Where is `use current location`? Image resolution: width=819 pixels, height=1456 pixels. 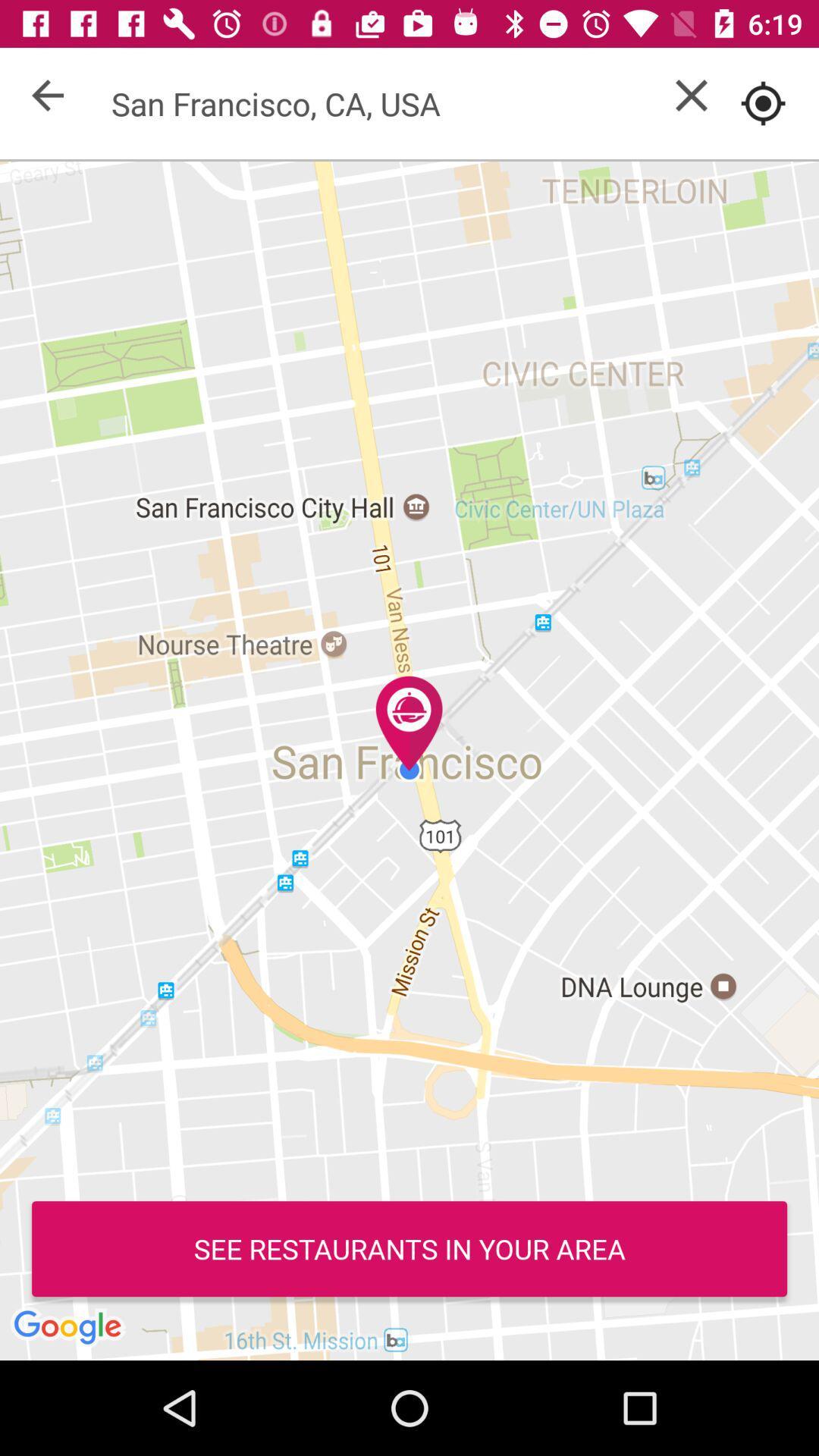
use current location is located at coordinates (763, 102).